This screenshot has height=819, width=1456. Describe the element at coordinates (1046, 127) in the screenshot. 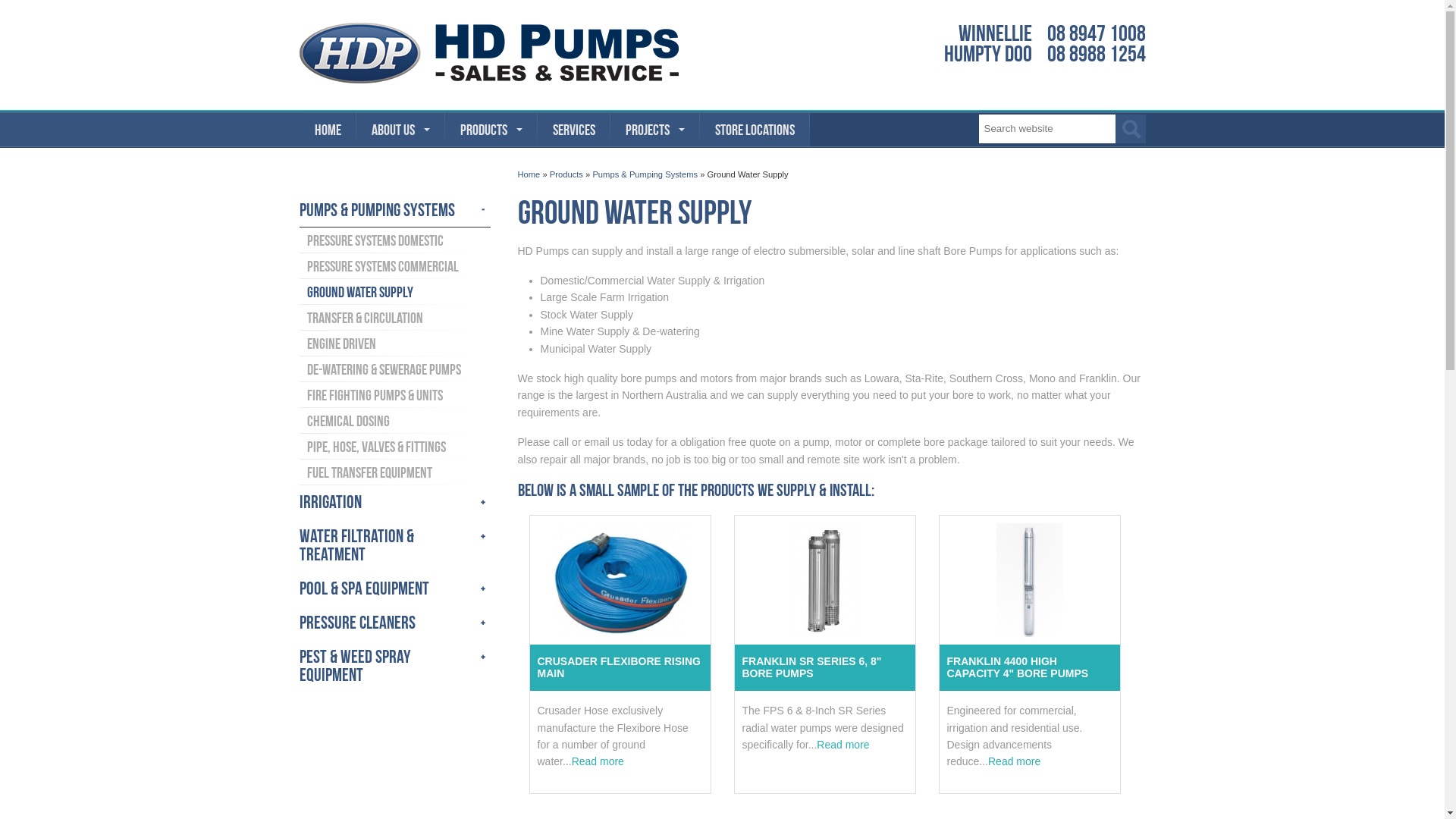

I see `'Enter the terms you wish to search for.'` at that location.